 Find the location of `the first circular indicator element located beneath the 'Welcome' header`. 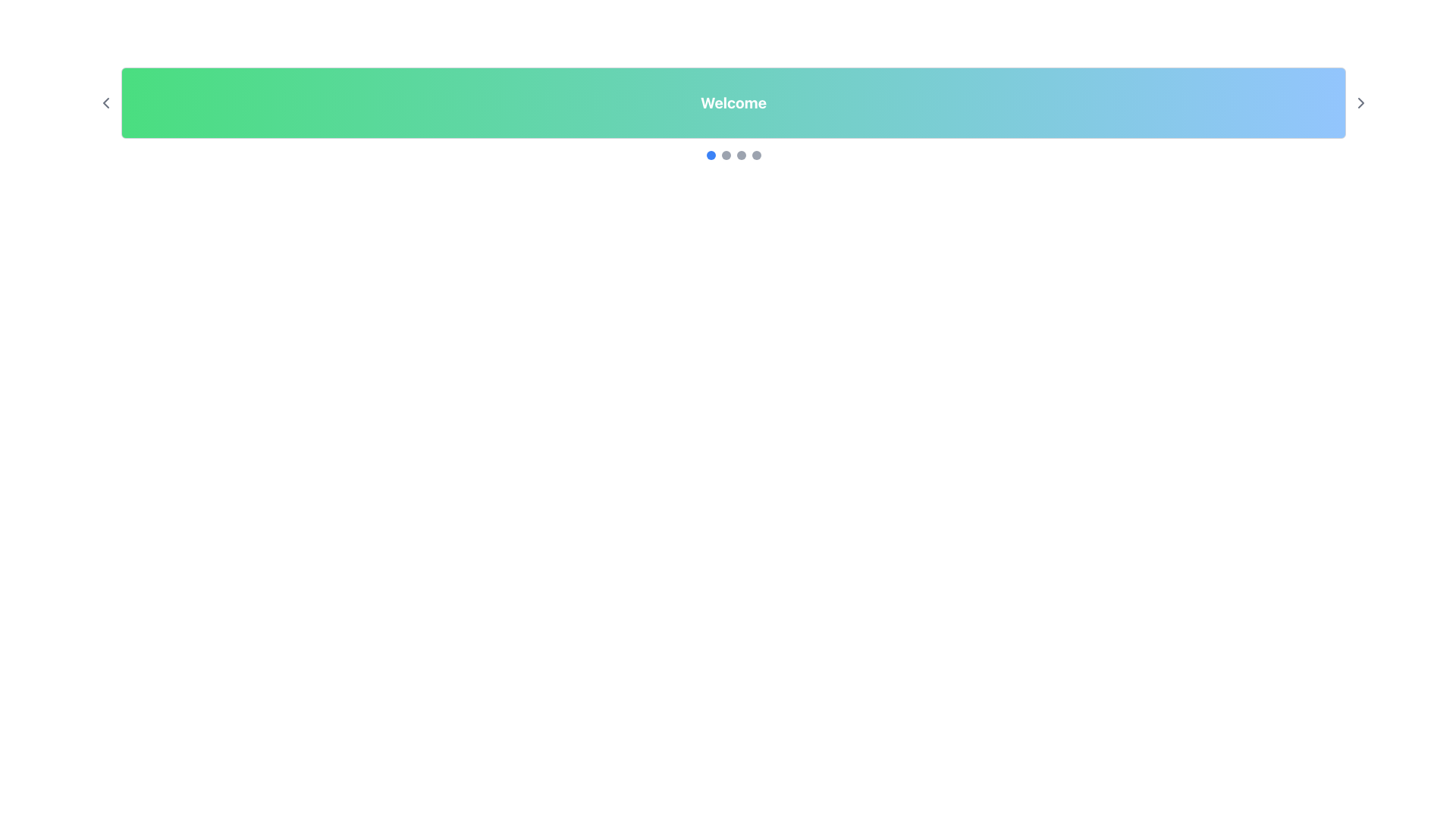

the first circular indicator element located beneath the 'Welcome' header is located at coordinates (710, 155).